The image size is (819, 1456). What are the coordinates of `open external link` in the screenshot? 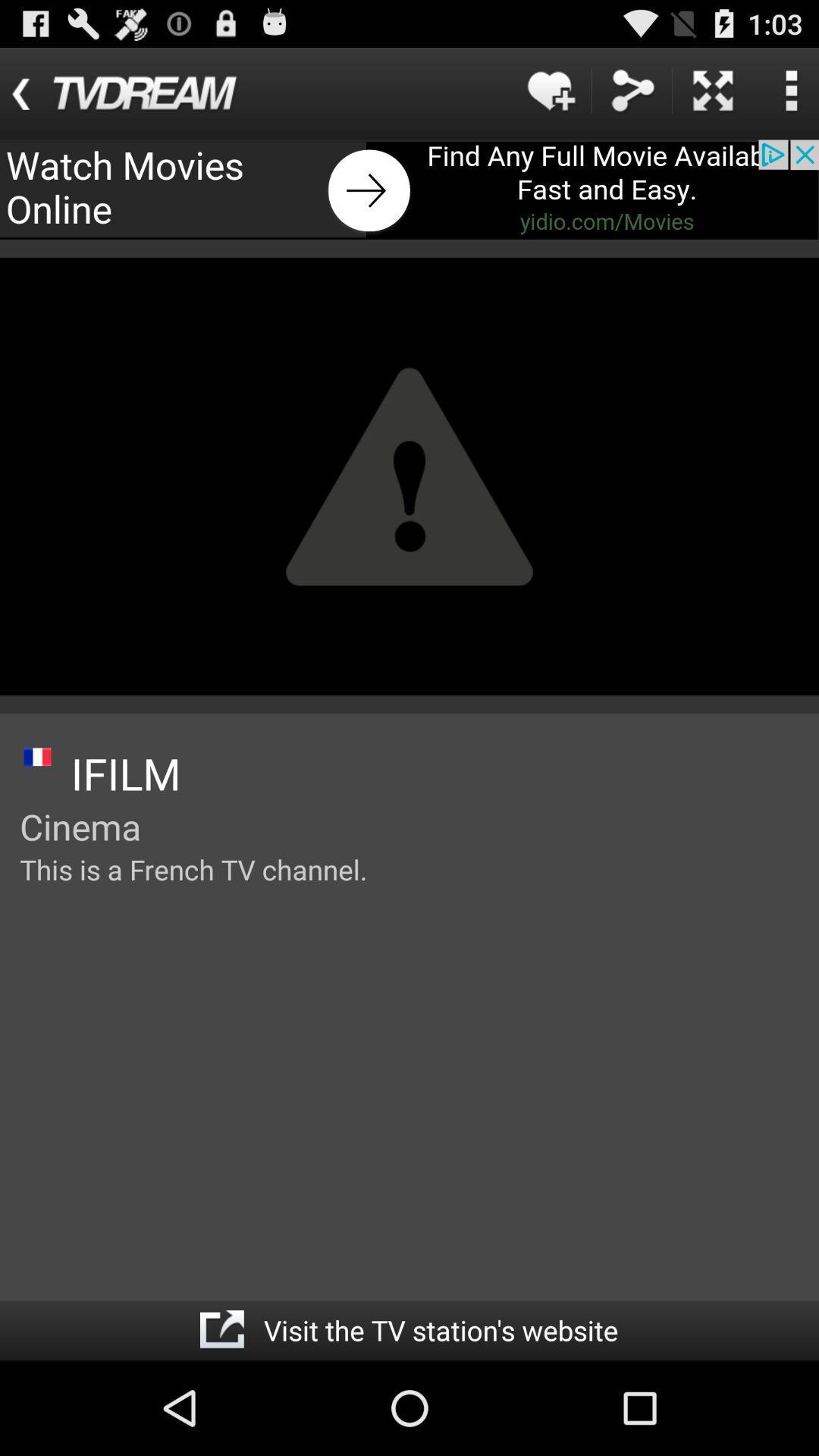 It's located at (221, 1329).